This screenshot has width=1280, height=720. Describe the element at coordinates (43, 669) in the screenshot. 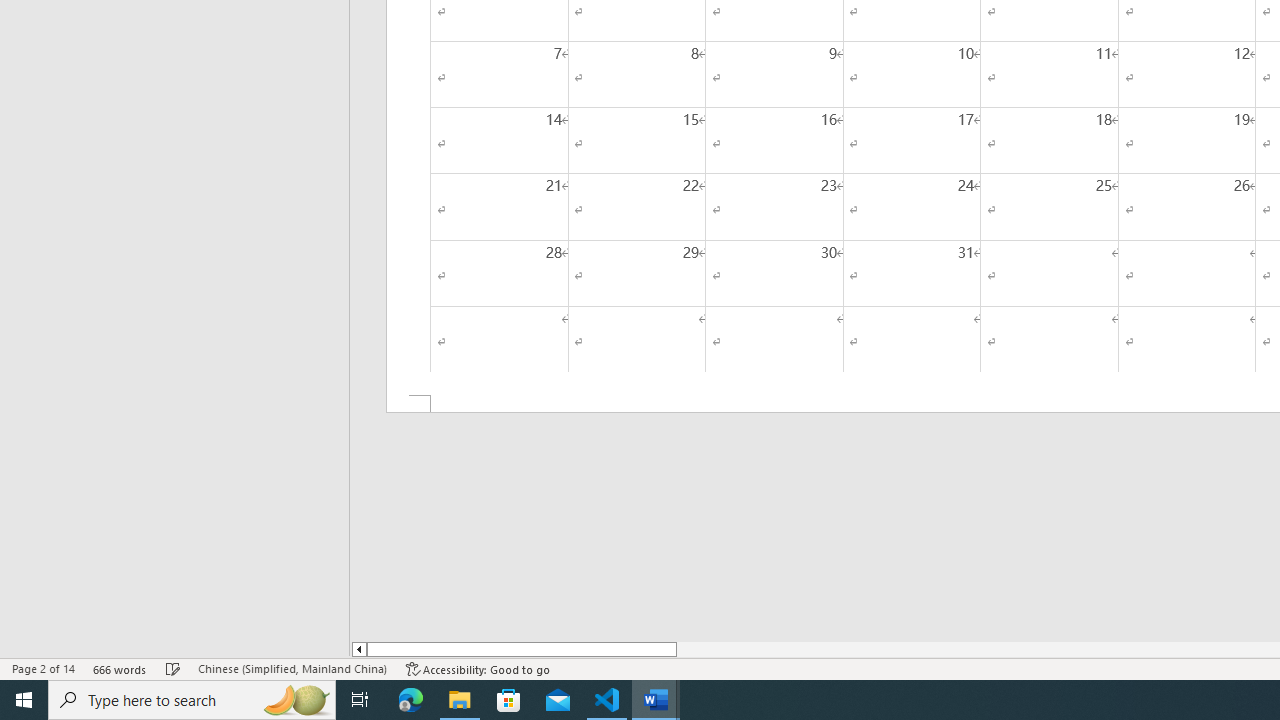

I see `'Page Number Page 2 of 14'` at that location.